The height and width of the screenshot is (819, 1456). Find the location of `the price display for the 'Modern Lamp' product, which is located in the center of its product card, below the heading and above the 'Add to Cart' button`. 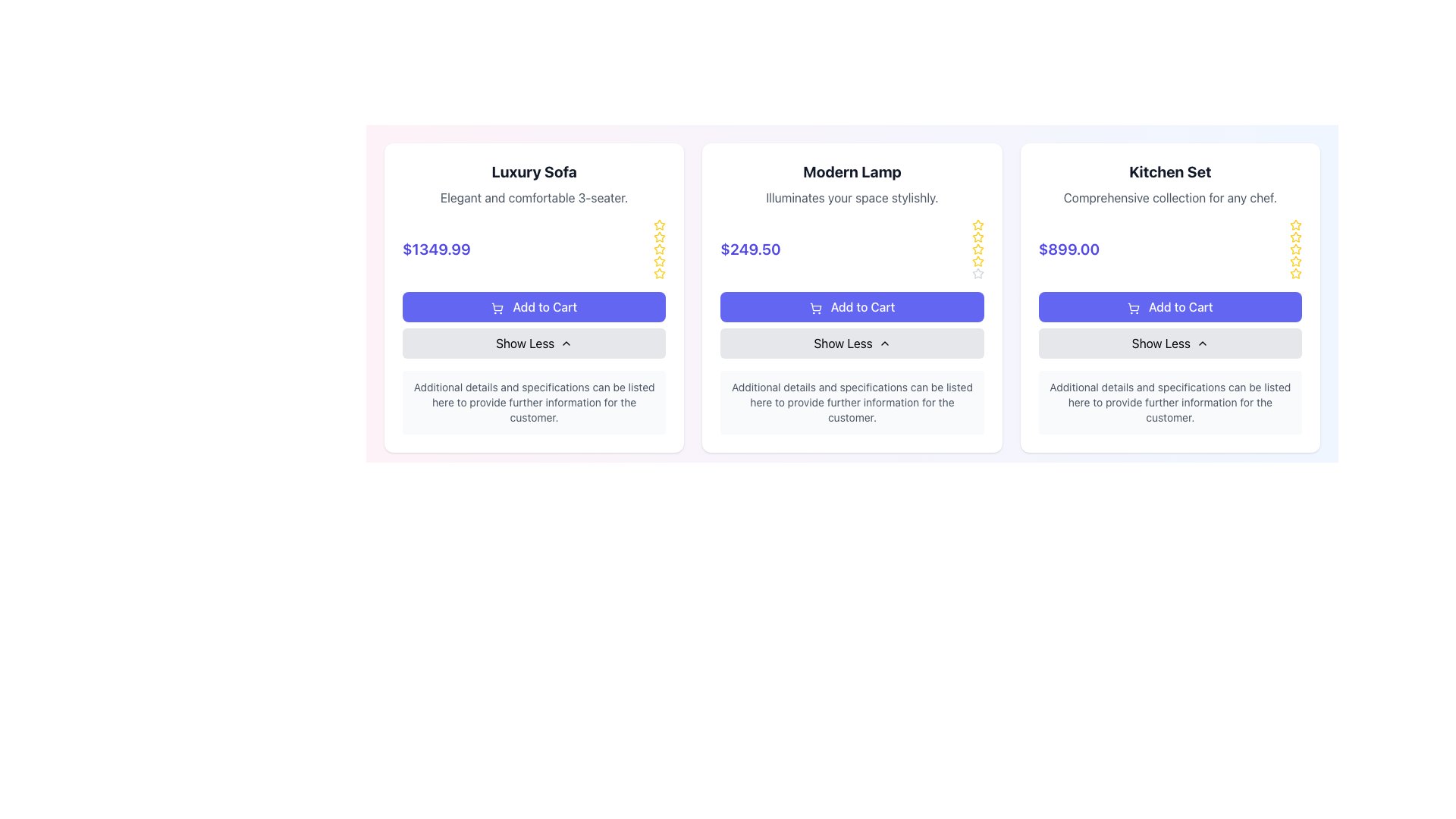

the price display for the 'Modern Lamp' product, which is located in the center of its product card, below the heading and above the 'Add to Cart' button is located at coordinates (751, 248).